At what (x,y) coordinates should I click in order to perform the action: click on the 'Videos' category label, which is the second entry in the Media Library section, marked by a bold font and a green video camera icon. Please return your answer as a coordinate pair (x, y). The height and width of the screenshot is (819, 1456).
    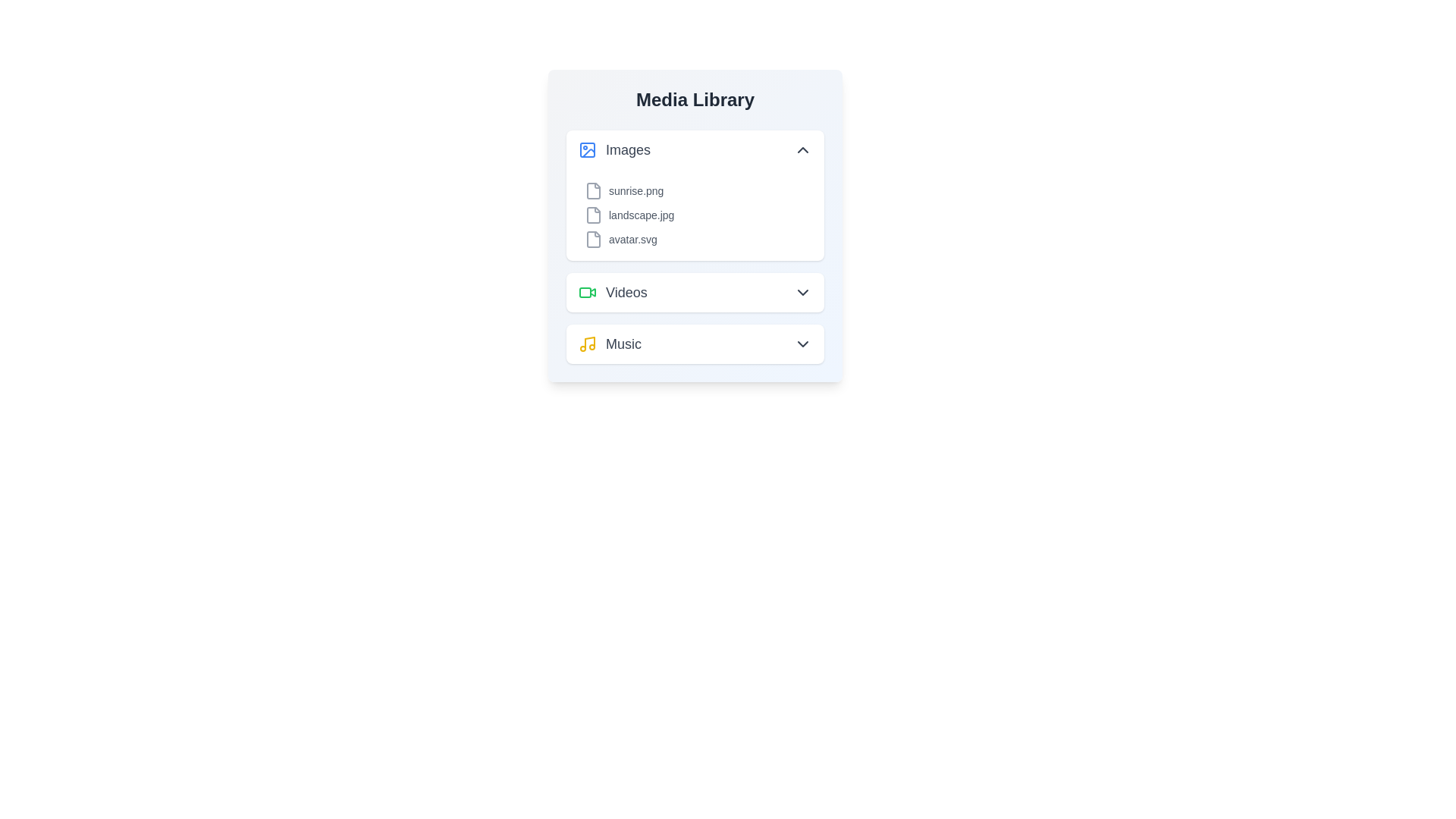
    Looking at the image, I should click on (613, 292).